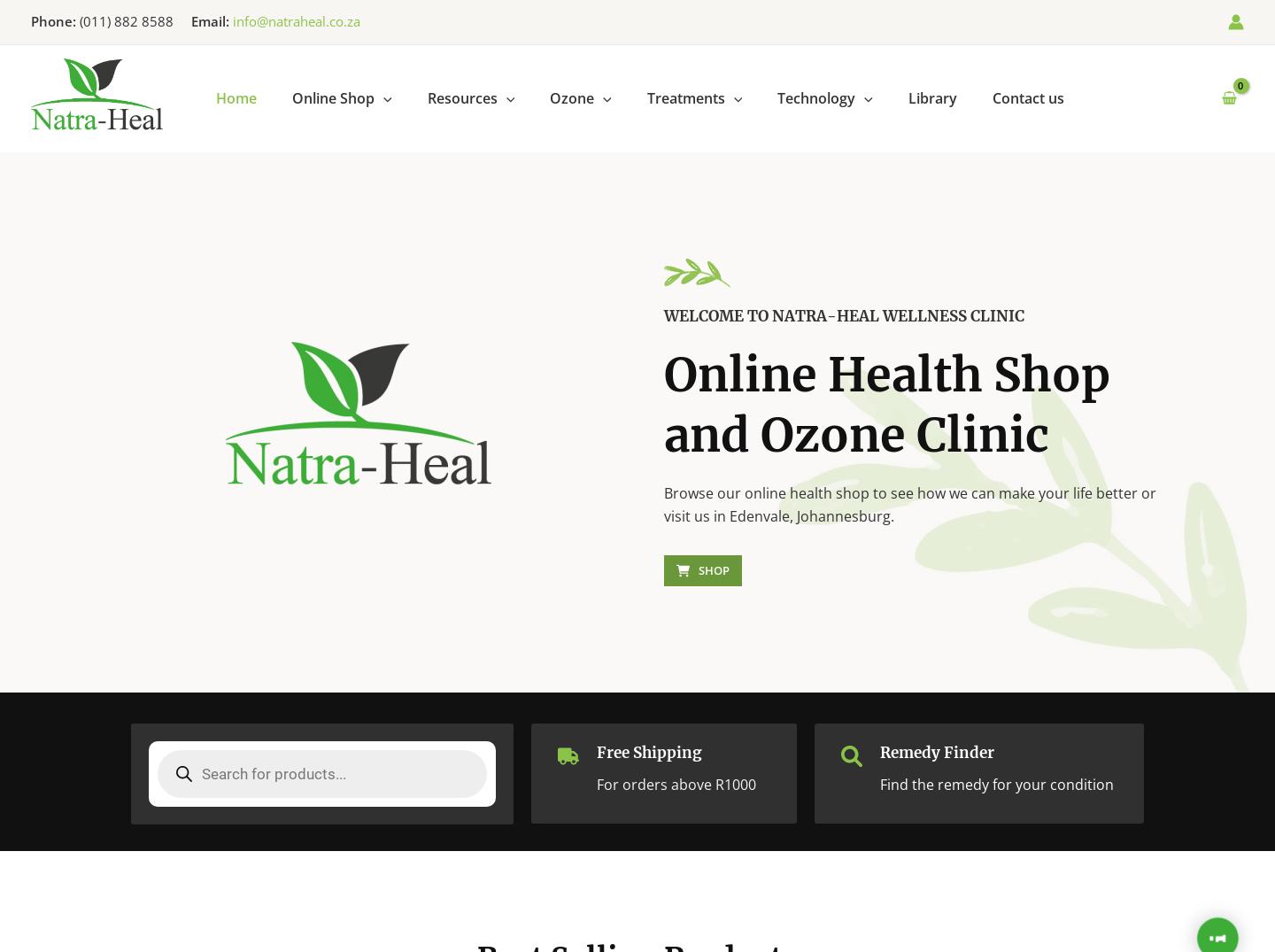  Describe the element at coordinates (698, 569) in the screenshot. I see `'Shop'` at that location.